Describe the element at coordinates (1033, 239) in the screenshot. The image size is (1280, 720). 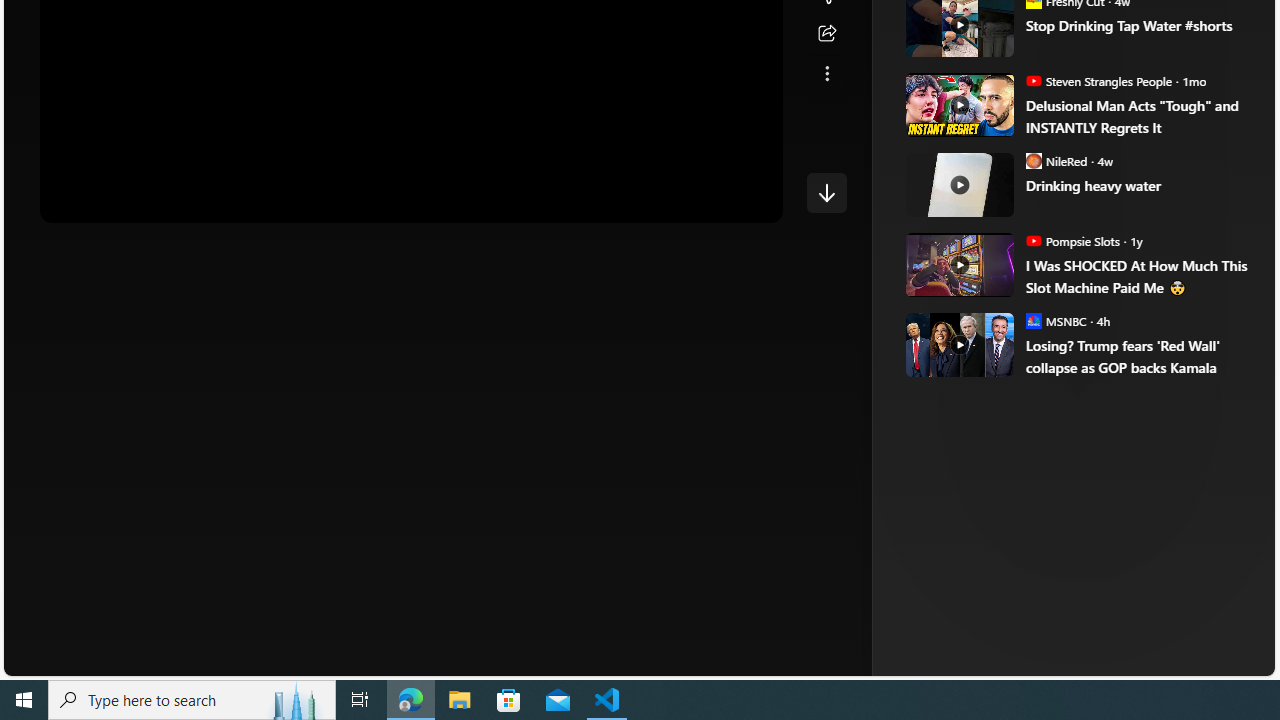
I see `'Pompsie Slots'` at that location.